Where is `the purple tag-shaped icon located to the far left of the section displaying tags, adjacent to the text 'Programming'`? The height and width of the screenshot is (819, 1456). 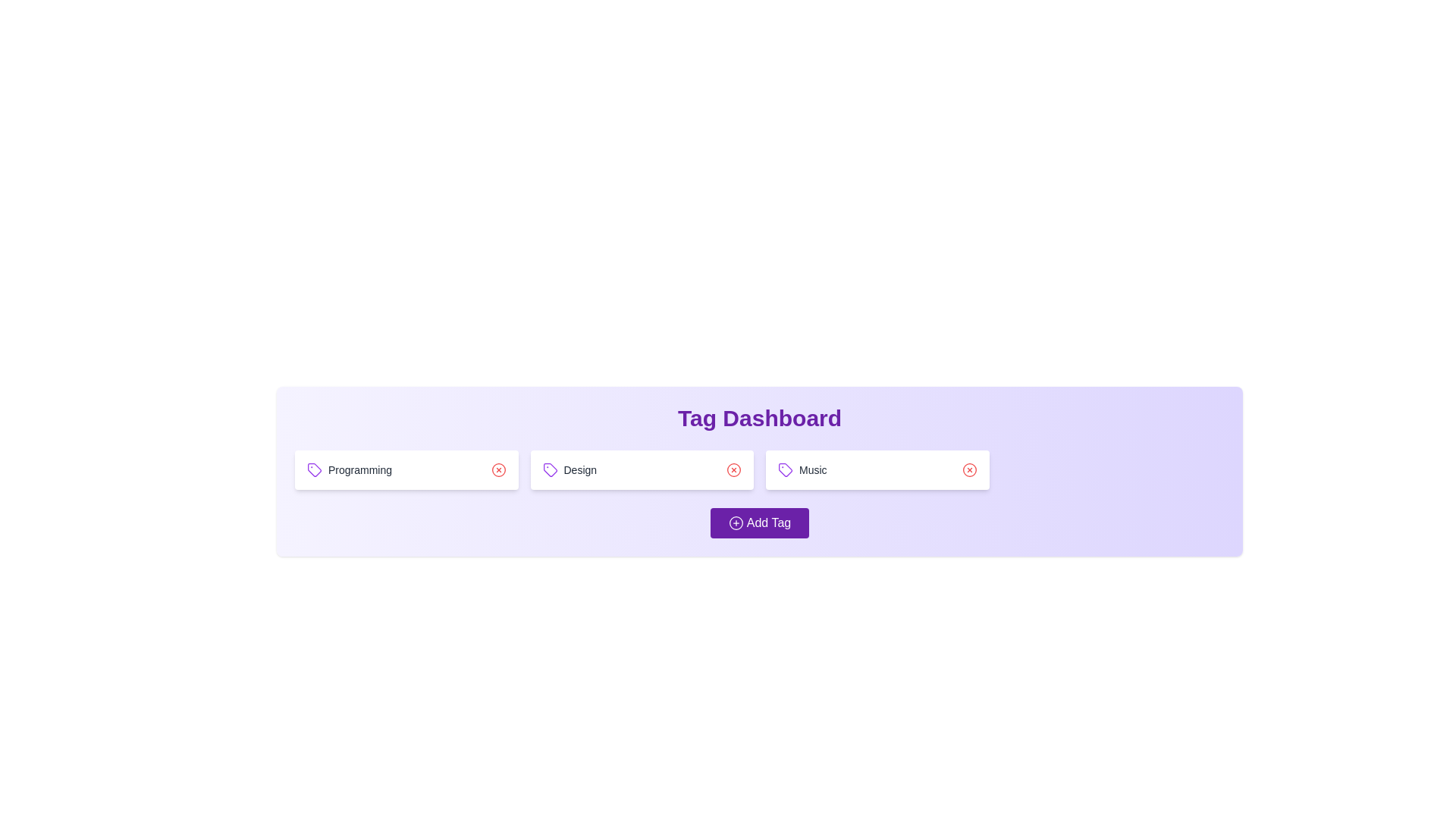 the purple tag-shaped icon located to the far left of the section displaying tags, adjacent to the text 'Programming' is located at coordinates (313, 469).